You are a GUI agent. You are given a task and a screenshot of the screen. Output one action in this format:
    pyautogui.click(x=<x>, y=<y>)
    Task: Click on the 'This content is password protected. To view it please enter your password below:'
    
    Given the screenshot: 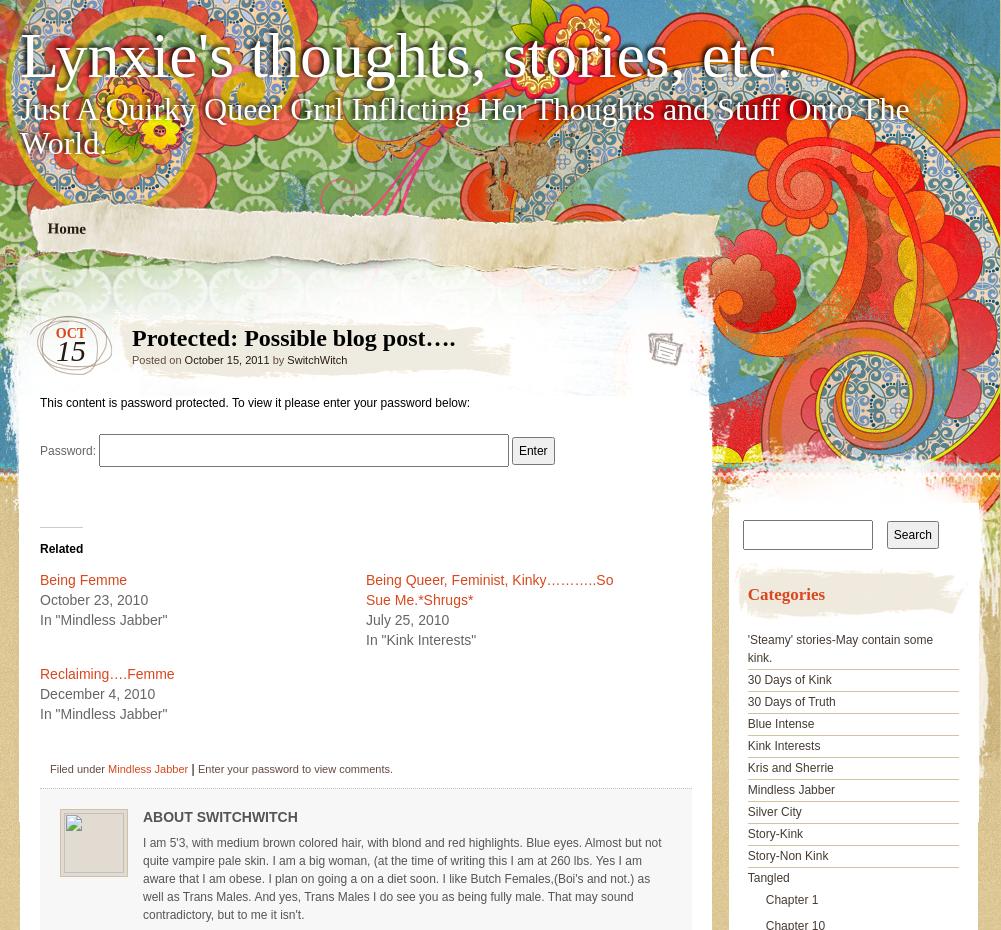 What is the action you would take?
    pyautogui.click(x=253, y=402)
    